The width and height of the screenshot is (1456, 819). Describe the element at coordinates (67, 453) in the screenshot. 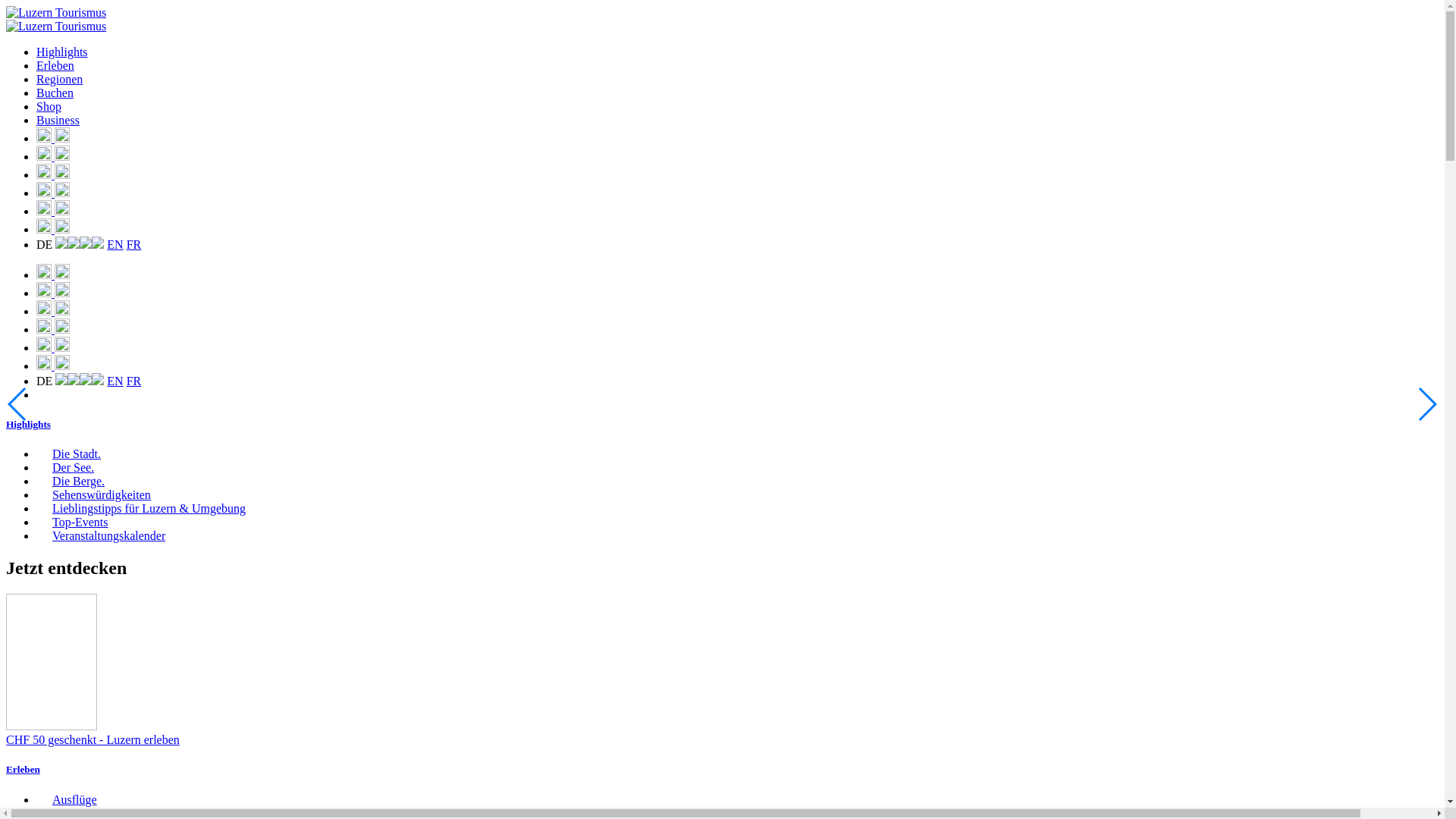

I see `'Die Stadt.'` at that location.